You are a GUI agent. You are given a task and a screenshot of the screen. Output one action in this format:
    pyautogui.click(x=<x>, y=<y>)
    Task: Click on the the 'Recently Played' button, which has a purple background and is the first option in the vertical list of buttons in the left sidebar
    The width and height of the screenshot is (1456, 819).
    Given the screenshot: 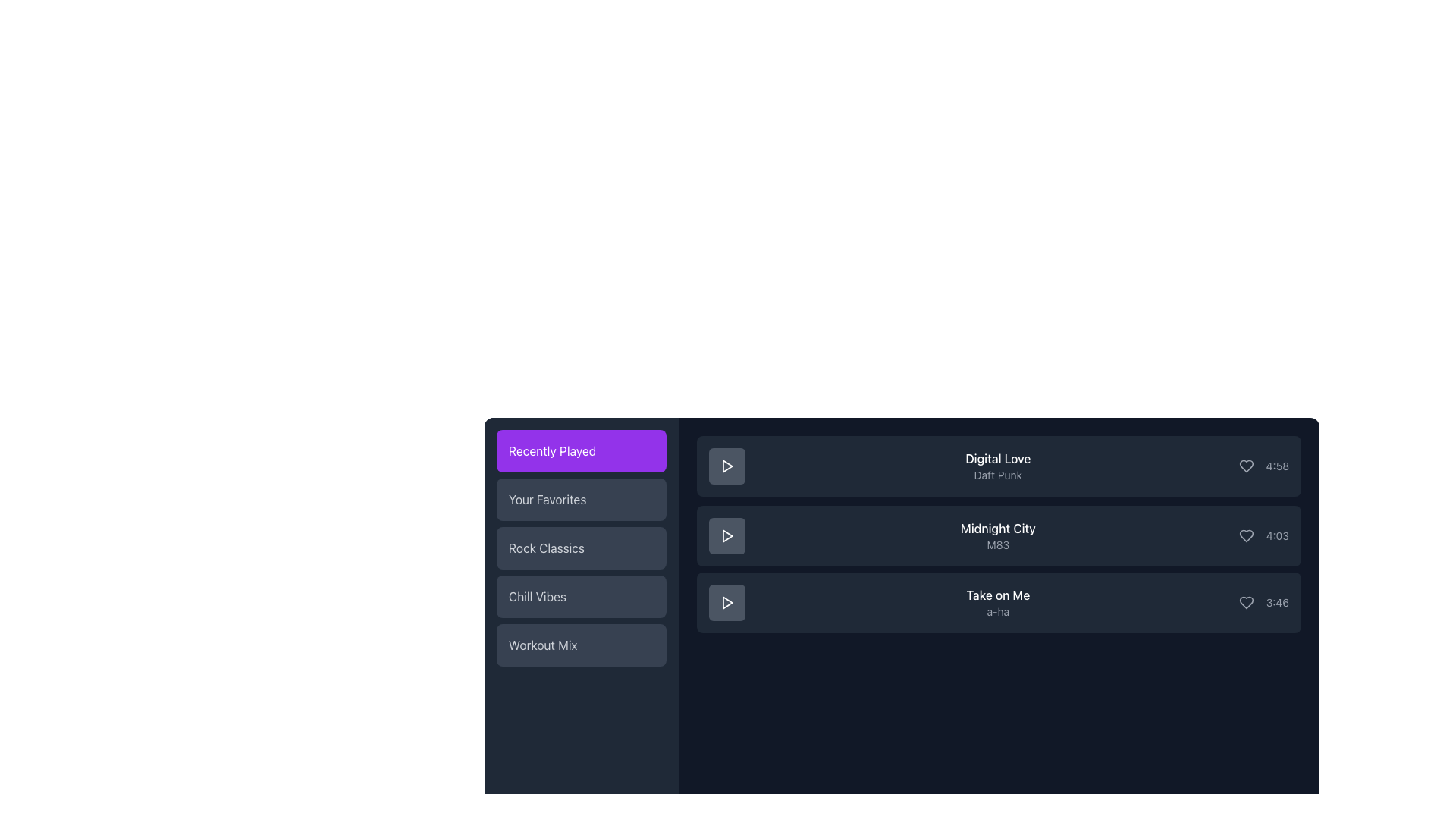 What is the action you would take?
    pyautogui.click(x=581, y=450)
    